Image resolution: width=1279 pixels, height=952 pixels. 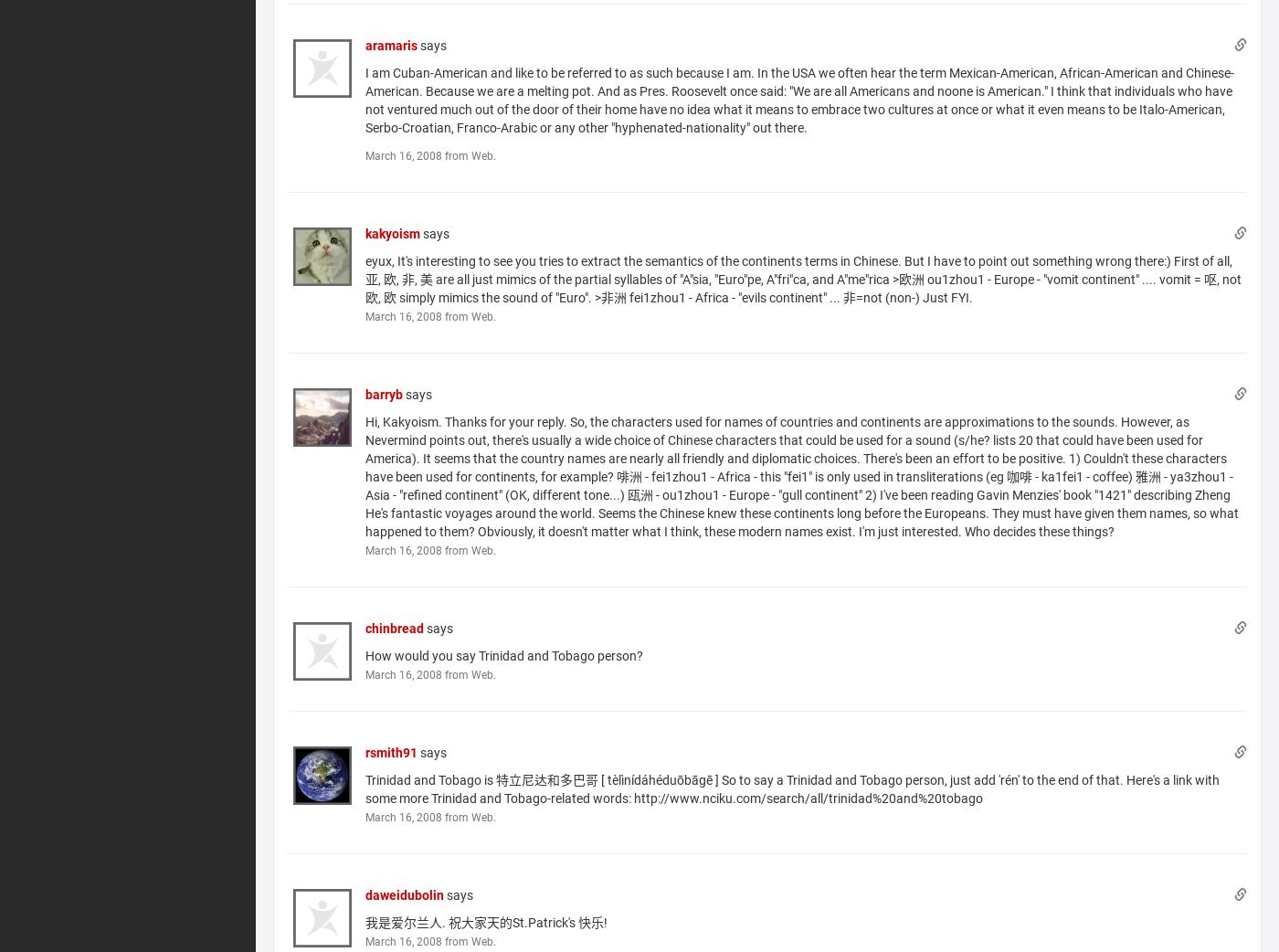 I want to click on 'Hi, Kakyoism.

Thanks for your reply. So, the characters used for names of countries and continents are approximations to the sounds. However, as Nevermind points out, there's usually a wide choice of Chinese characters that could be used for a sound (s/he? lists 20 that could have been used for America).

It seems that the country names are nearly all friendly and diplomatic choices. There's been an effort to be positive.

1) Couldn't these characters have been used for continents, for example?

啡洲 - fei1zhou1 - Africa - this "fei1" is only used in transliterations (eg 咖啡 - ka1fei1 - coffee)
雅洲 - ya3zhou1  - Asia - "refined continent" (OK, different tone...)
瓯洲 - ou1zhou1  - Europe - "gull continent"

2) I've been reading Gavin Menzies' book "1421" describing Zheng He's fantastic voyages around the world. Seems the Chinese knew these continents long before the Europeans. They must have given them names, so what happened to them?

Obviously, it doesn't matter what I think, these modern names exist. I'm just interested. Who decides these things?', so click(x=801, y=476).